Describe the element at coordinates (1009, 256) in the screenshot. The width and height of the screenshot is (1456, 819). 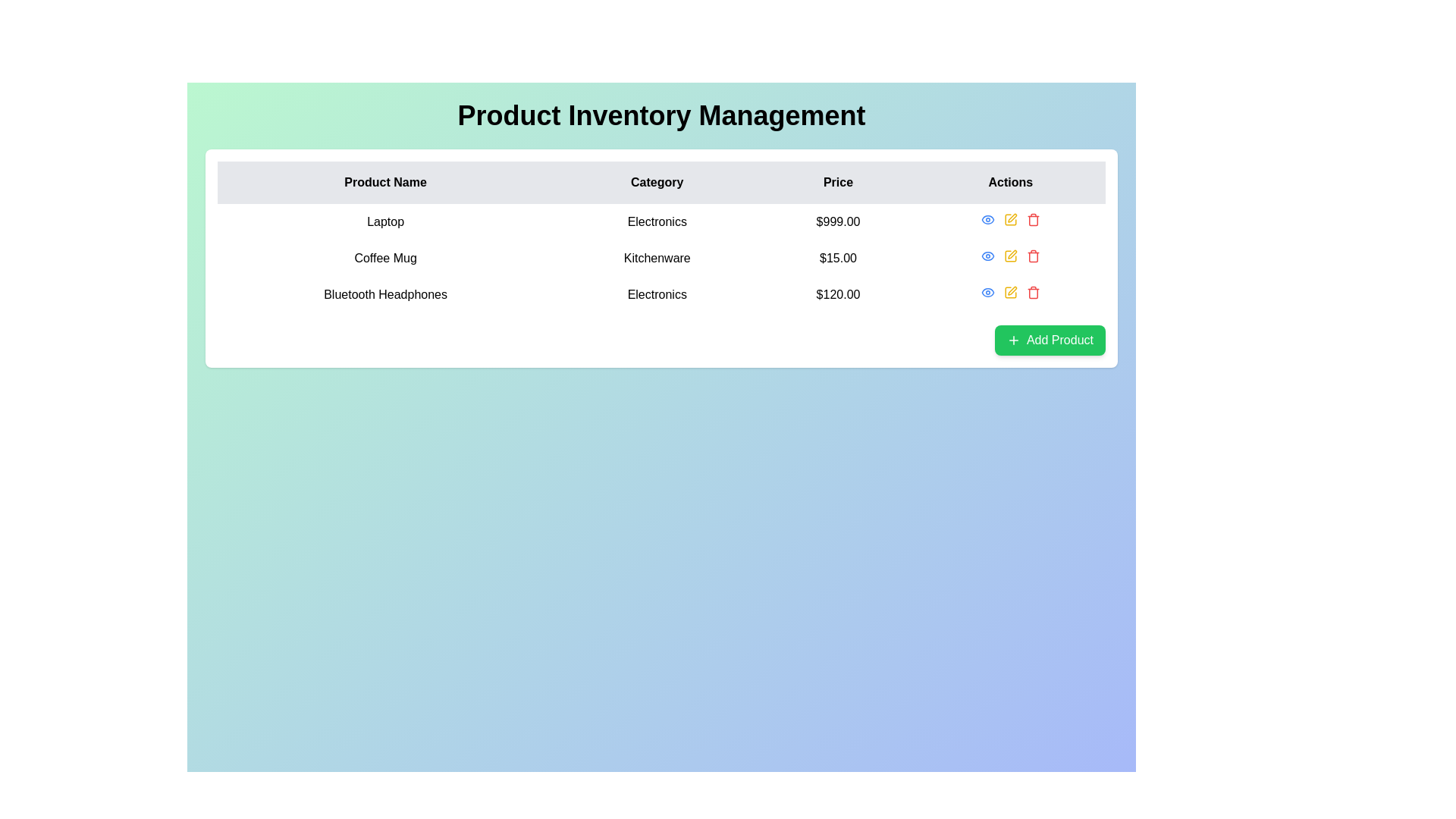
I see `the 'Coffee Mug' action icon, which is a square-shaped icon outlined in black, located in the second row of the 'Actions' column, between the 'View' and 'Delete' icons` at that location.